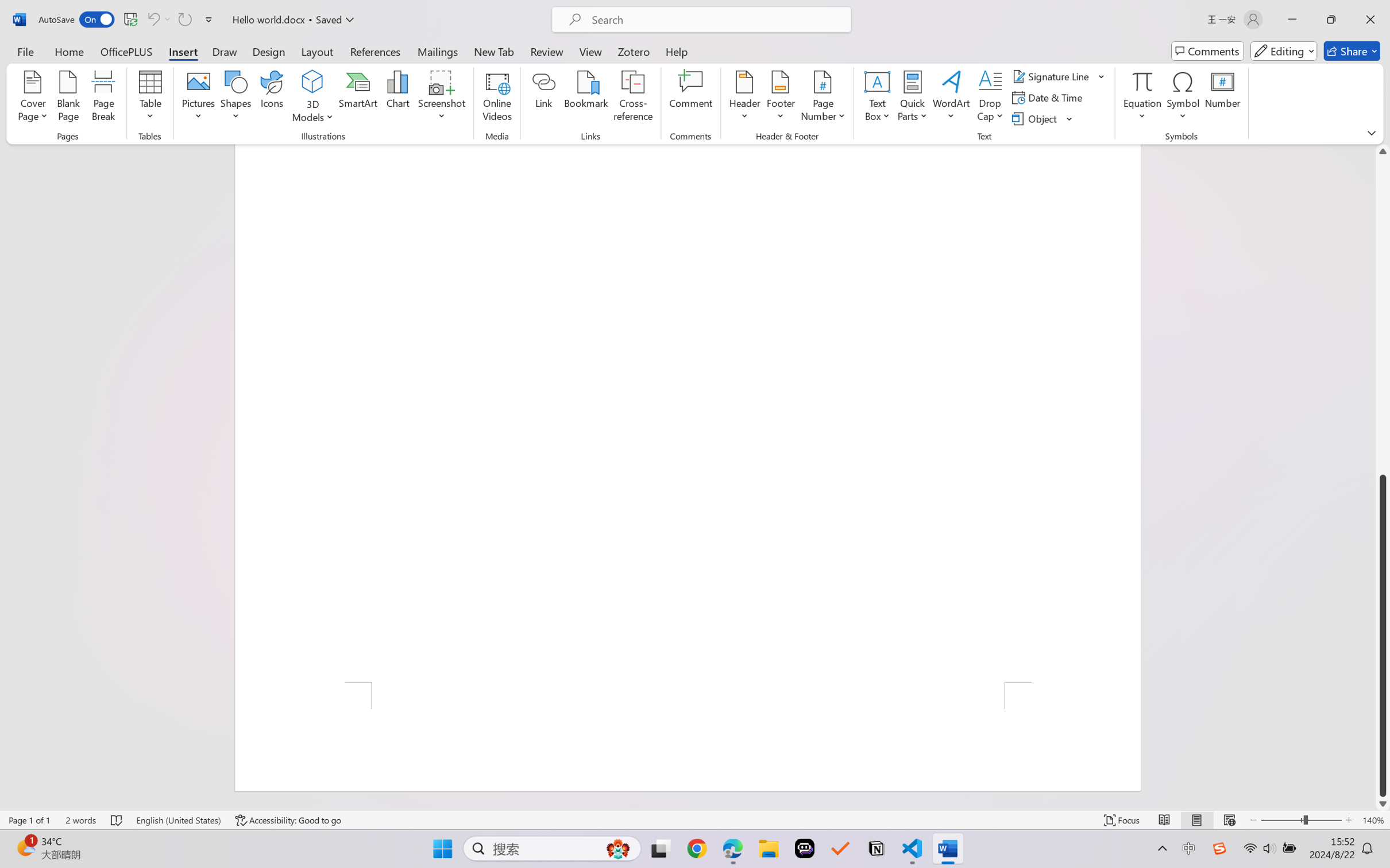 The image size is (1390, 868). I want to click on 'Mailings', so click(438, 51).